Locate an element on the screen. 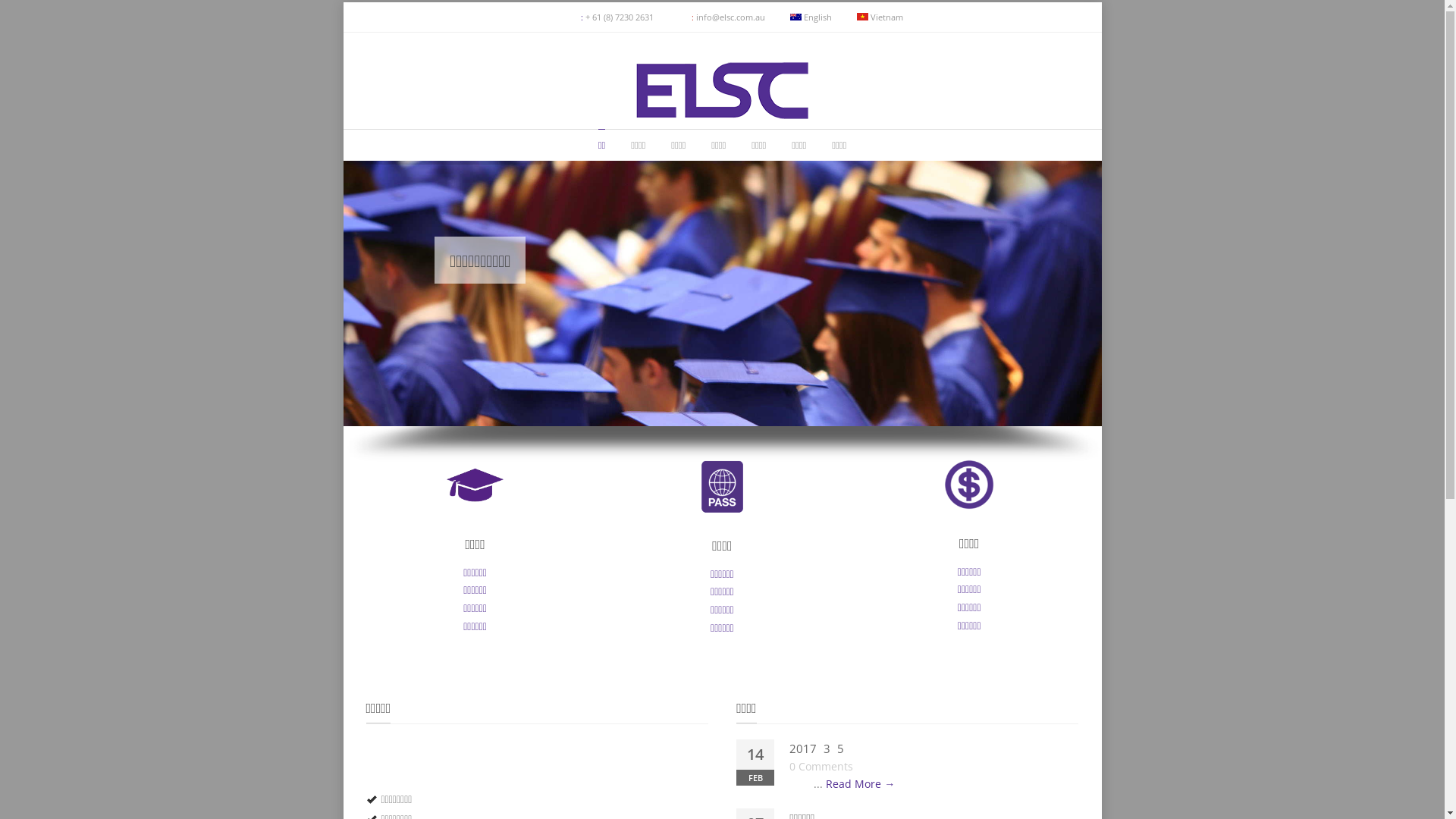 This screenshot has width=1456, height=819. 'English' is located at coordinates (810, 17).